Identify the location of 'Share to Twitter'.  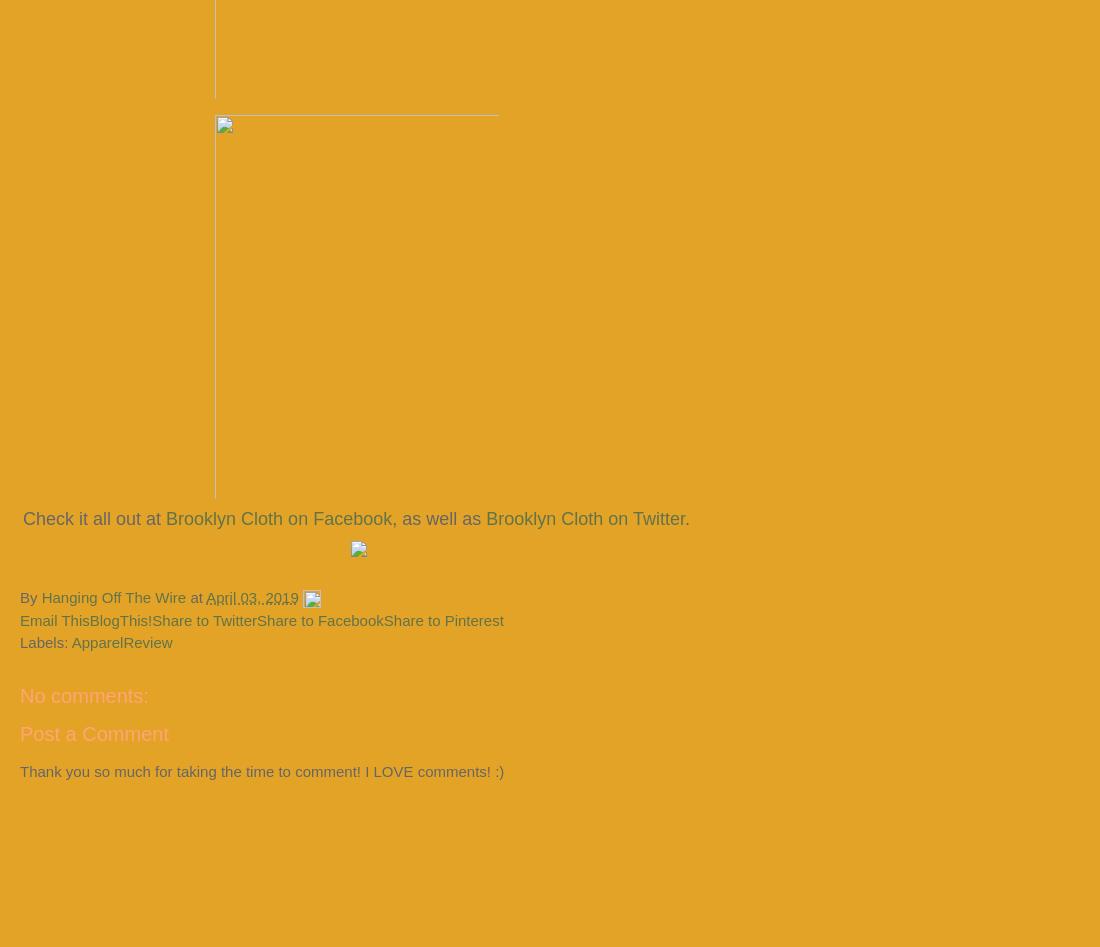
(203, 619).